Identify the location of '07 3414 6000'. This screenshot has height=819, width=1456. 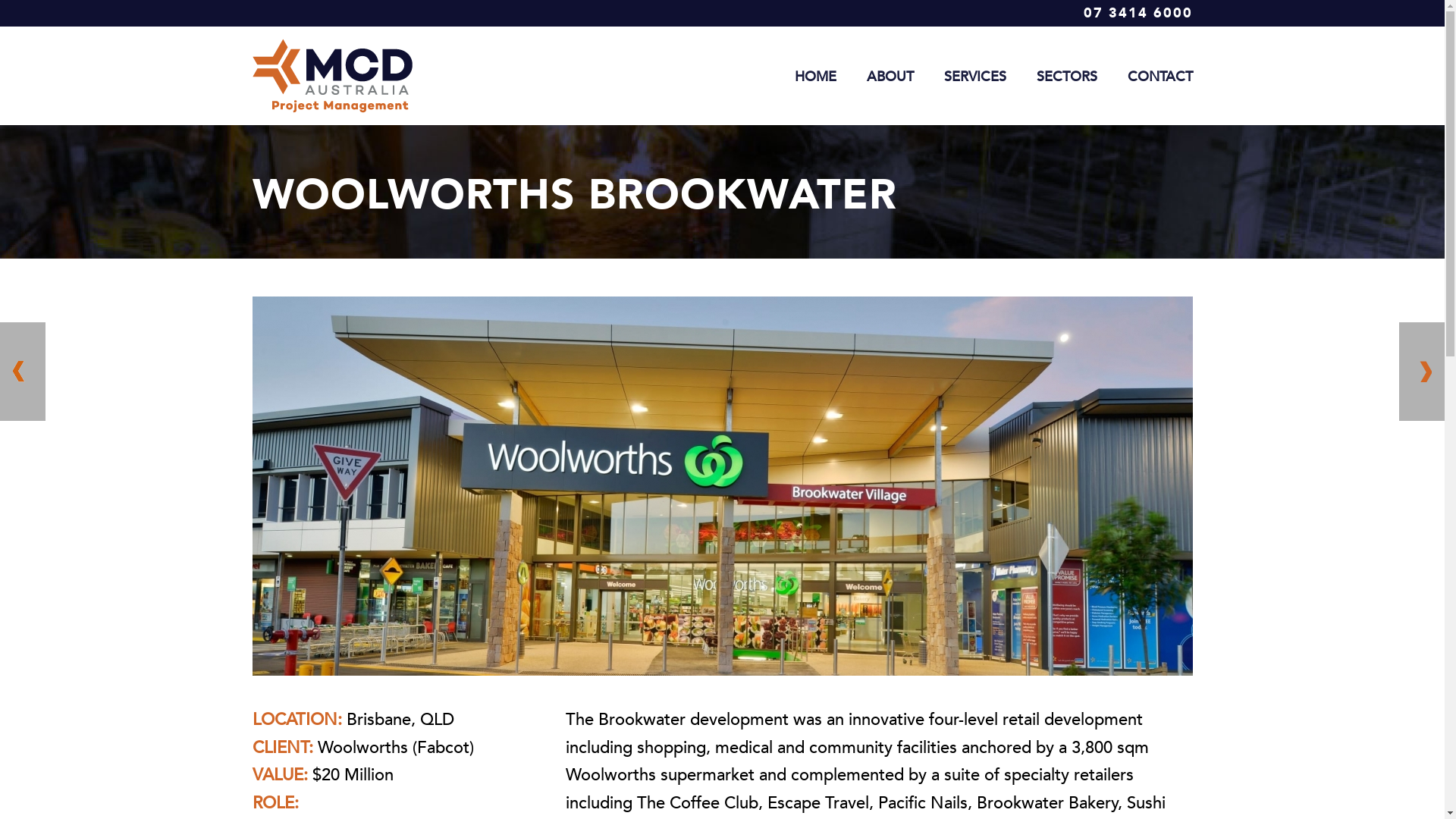
(1137, 13).